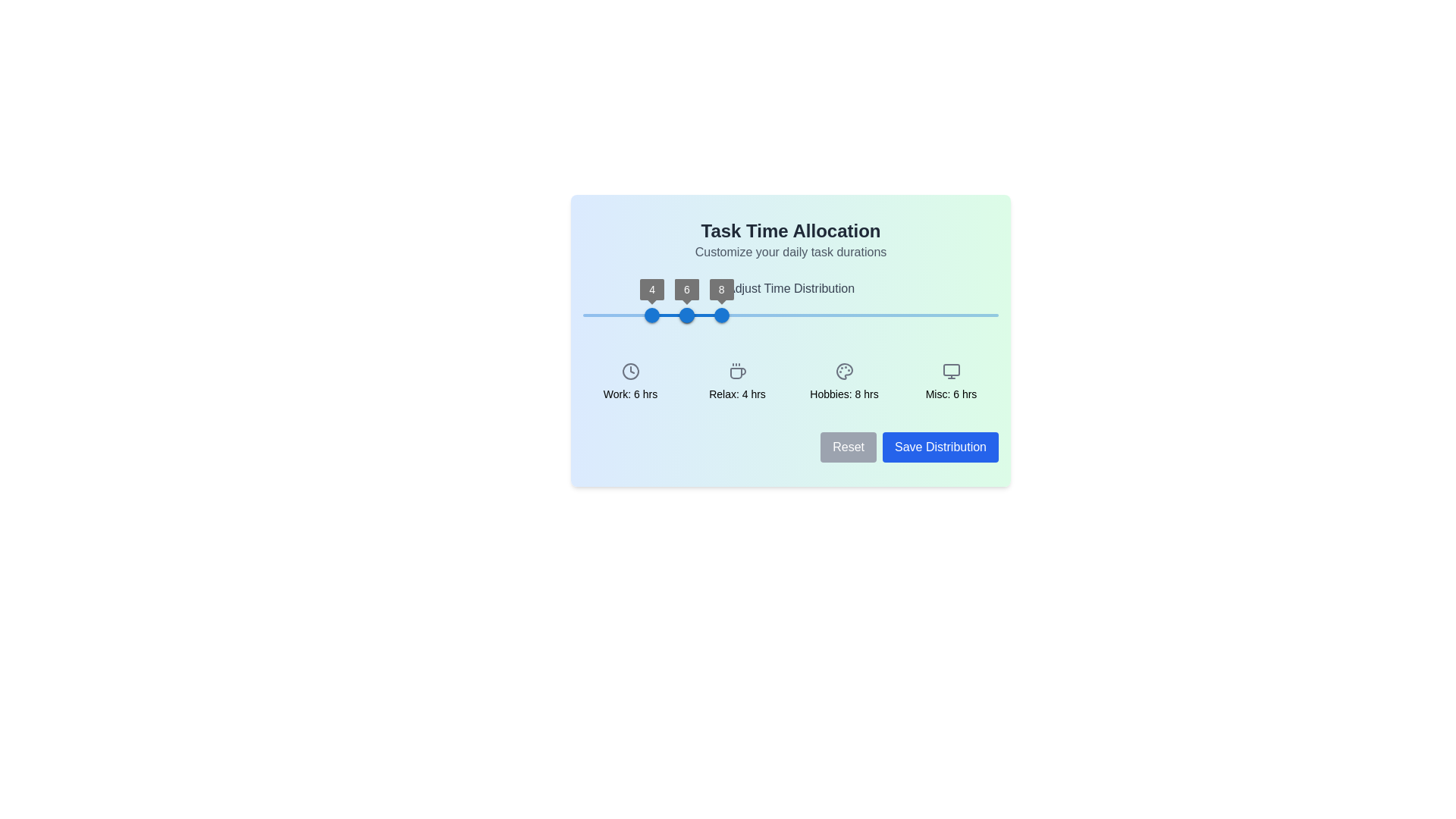 The width and height of the screenshot is (1456, 819). What do you see at coordinates (843, 371) in the screenshot?
I see `the 'Hobbies' category icon located in the lower section of the task distribution interface, which is the third icon from the left` at bounding box center [843, 371].